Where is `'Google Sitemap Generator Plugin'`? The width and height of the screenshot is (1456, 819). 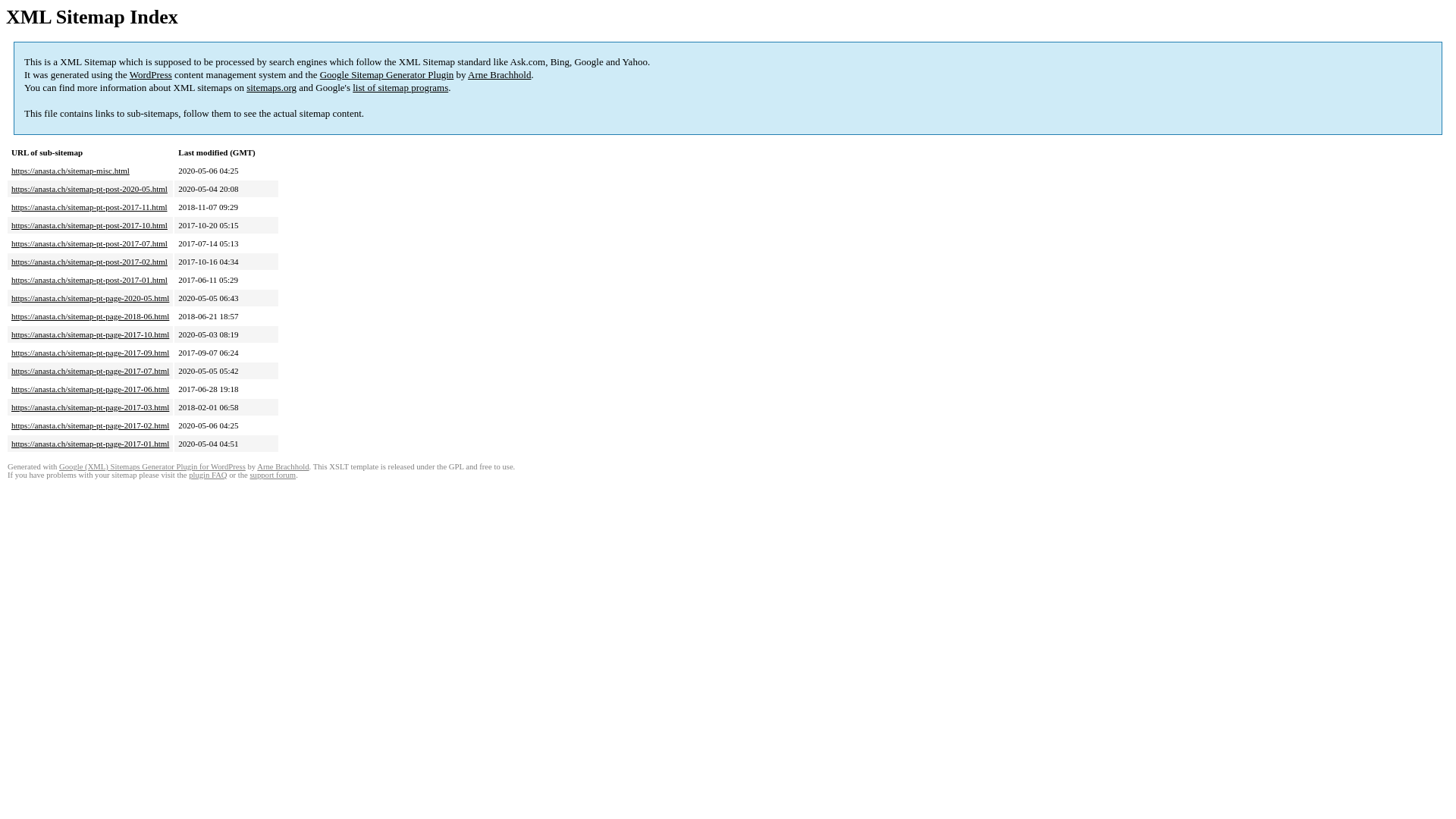
'Google Sitemap Generator Plugin' is located at coordinates (387, 74).